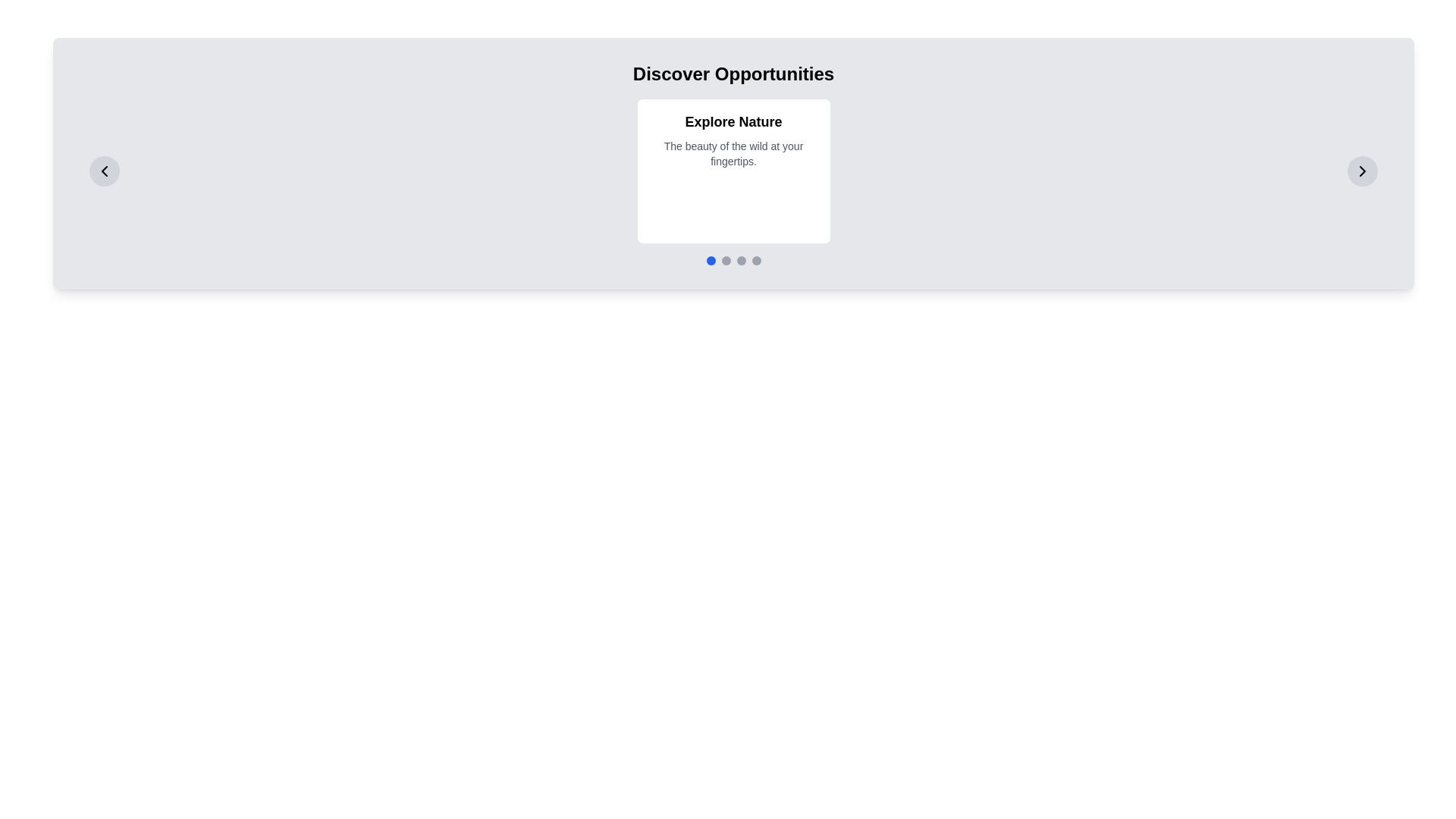 The image size is (1456, 819). Describe the element at coordinates (1362, 171) in the screenshot. I see `the right-side navigational arrow icon within the circular button that serves as the carousel navigation button` at that location.